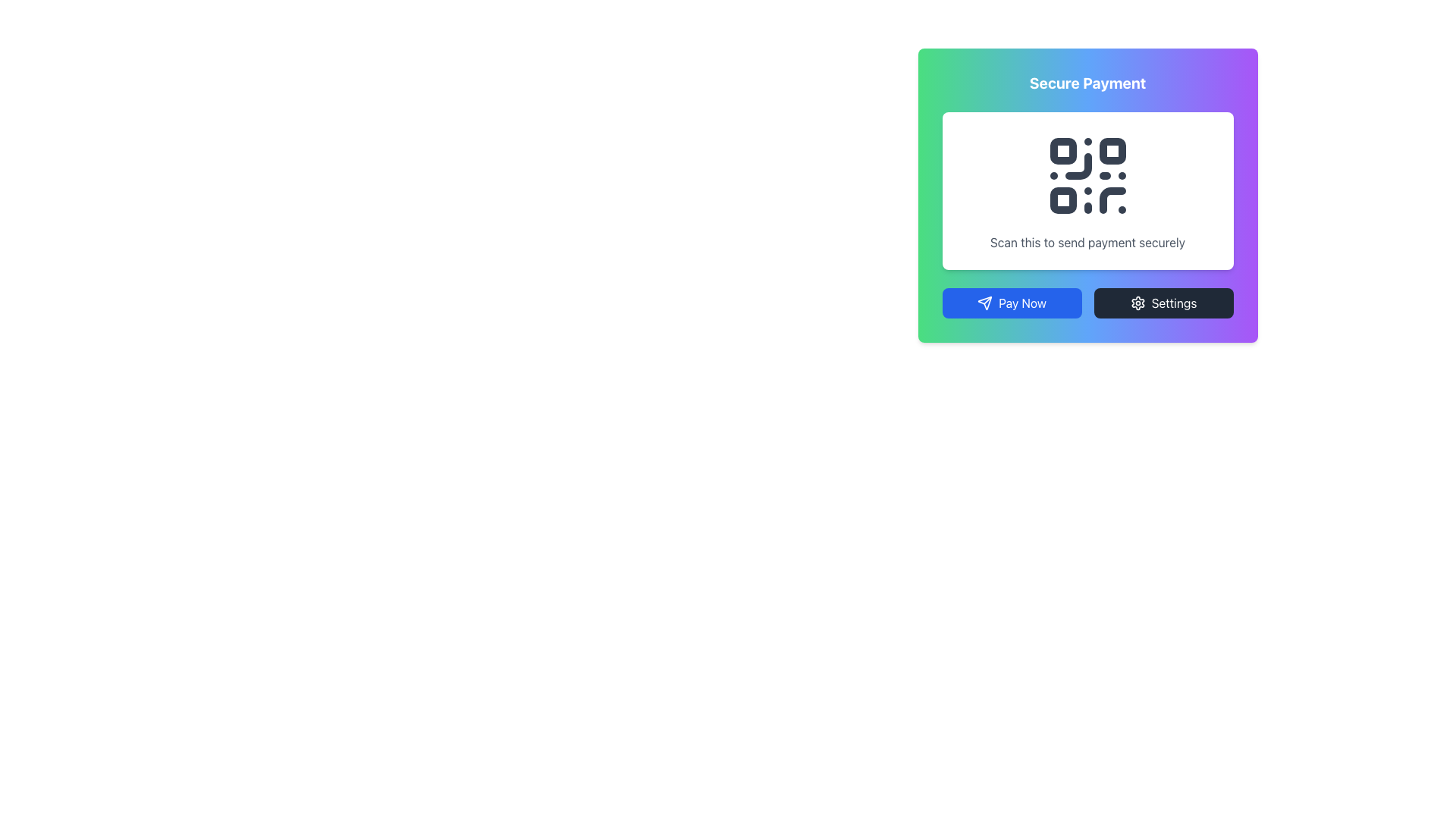 This screenshot has height=819, width=1456. What do you see at coordinates (1112, 151) in the screenshot?
I see `the QR code square located in the top-right section of the QR code graphic, which is part of the secure payment interface` at bounding box center [1112, 151].